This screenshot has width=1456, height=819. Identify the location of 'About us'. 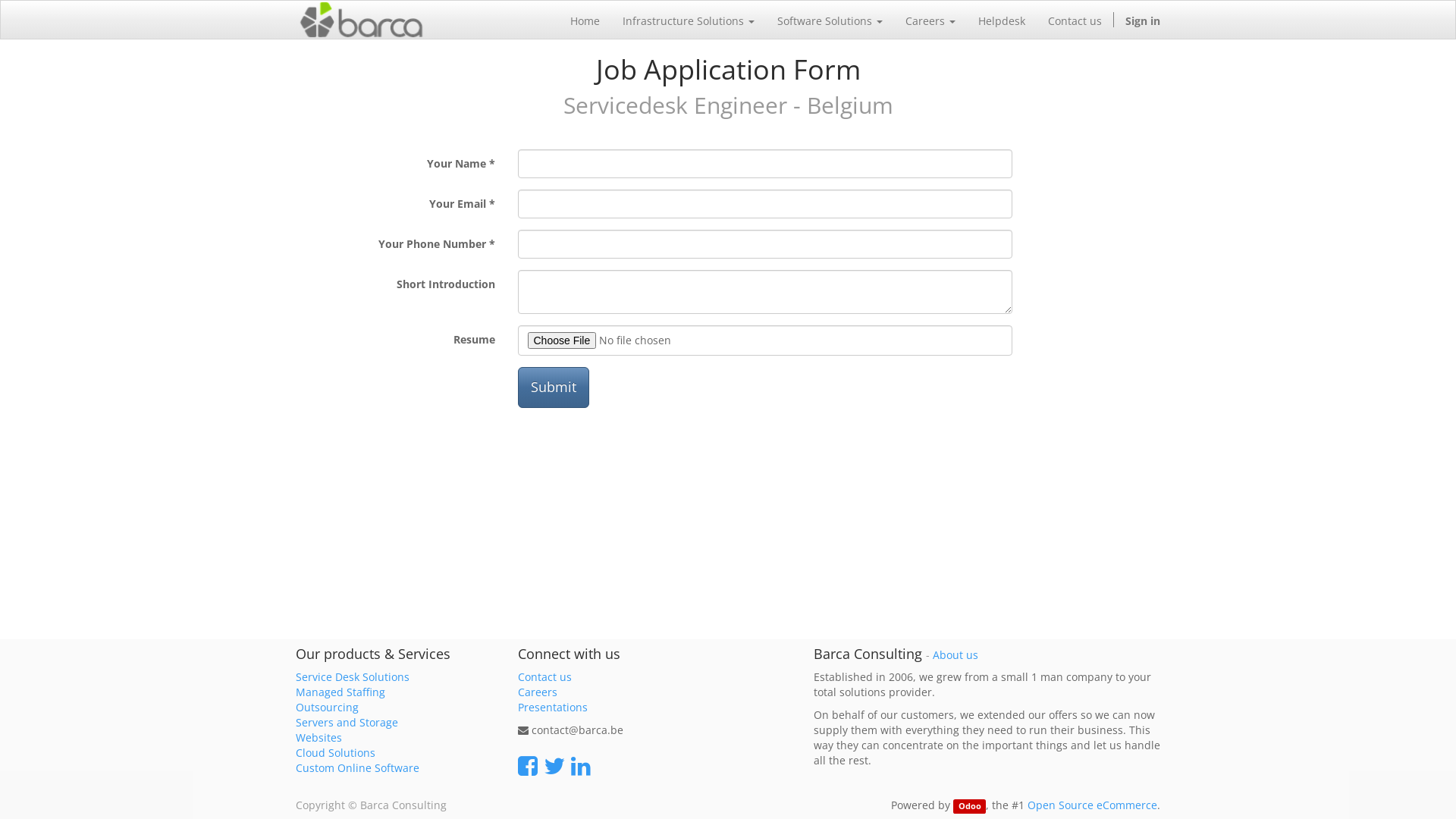
(954, 654).